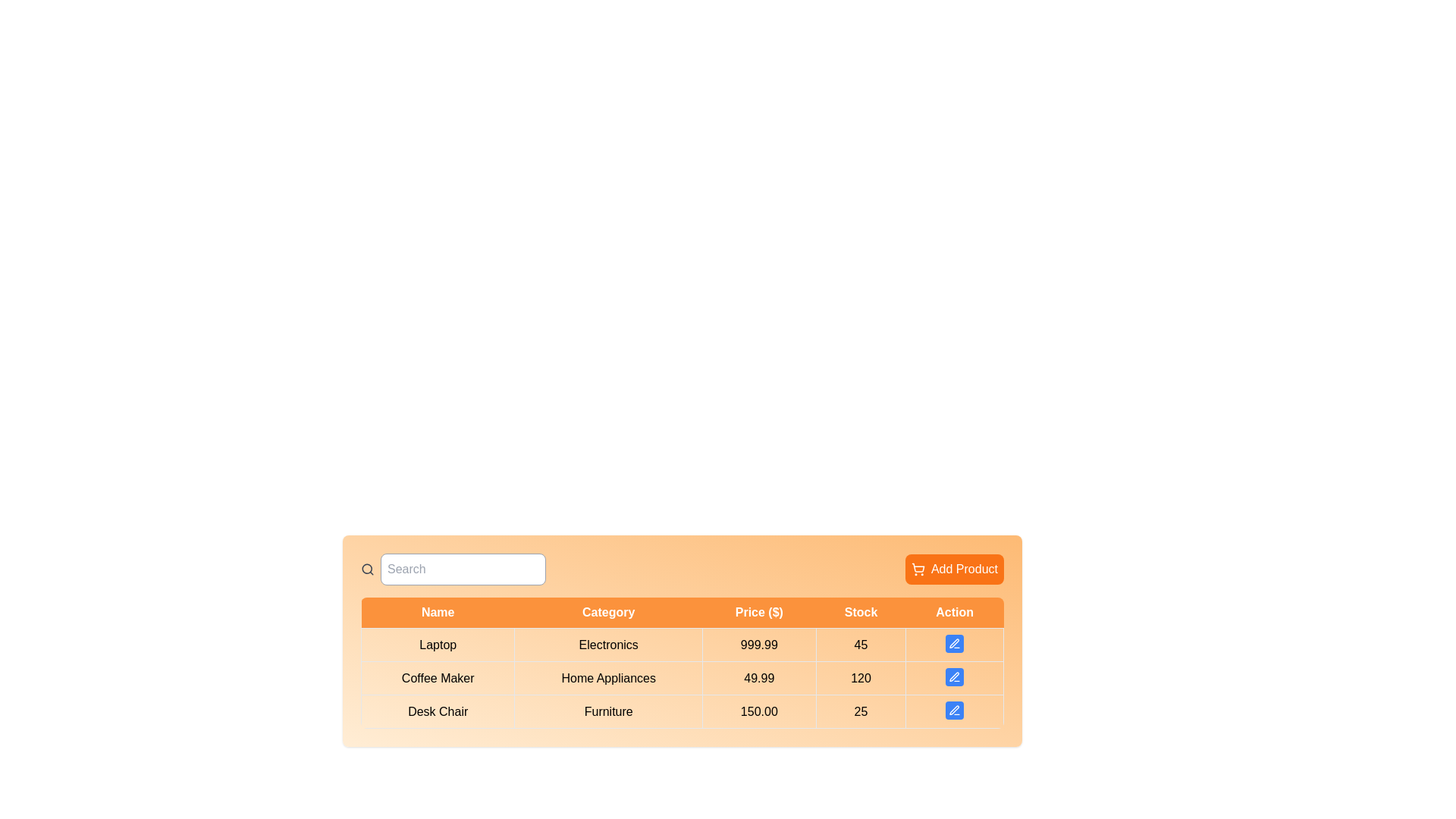 This screenshot has height=819, width=1456. What do you see at coordinates (954, 711) in the screenshot?
I see `the action button with an icon for the 'Desk Chair' product located in the 'Action' column of the products table` at bounding box center [954, 711].